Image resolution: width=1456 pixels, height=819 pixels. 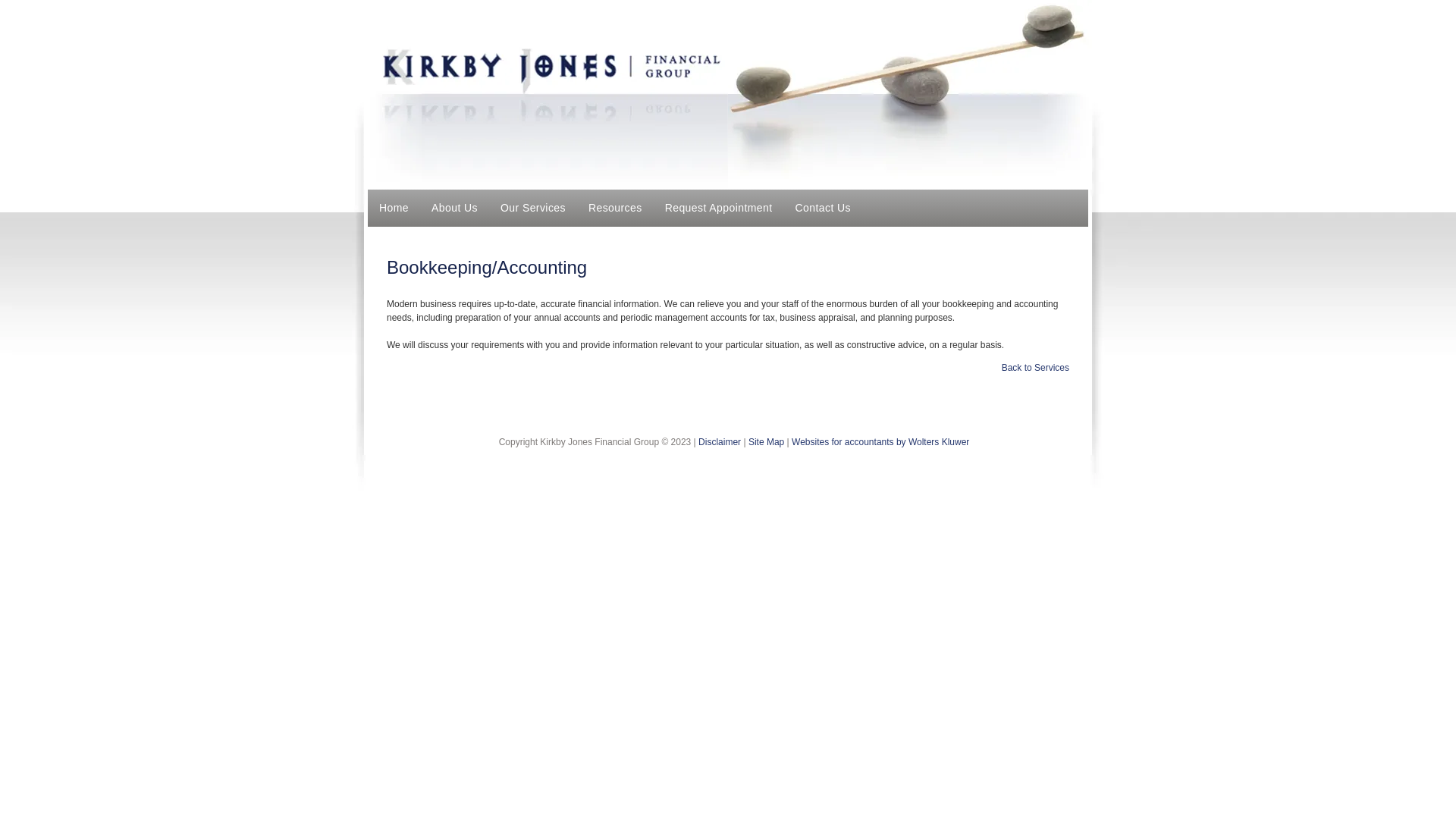 What do you see at coordinates (719, 441) in the screenshot?
I see `'Disclaimer'` at bounding box center [719, 441].